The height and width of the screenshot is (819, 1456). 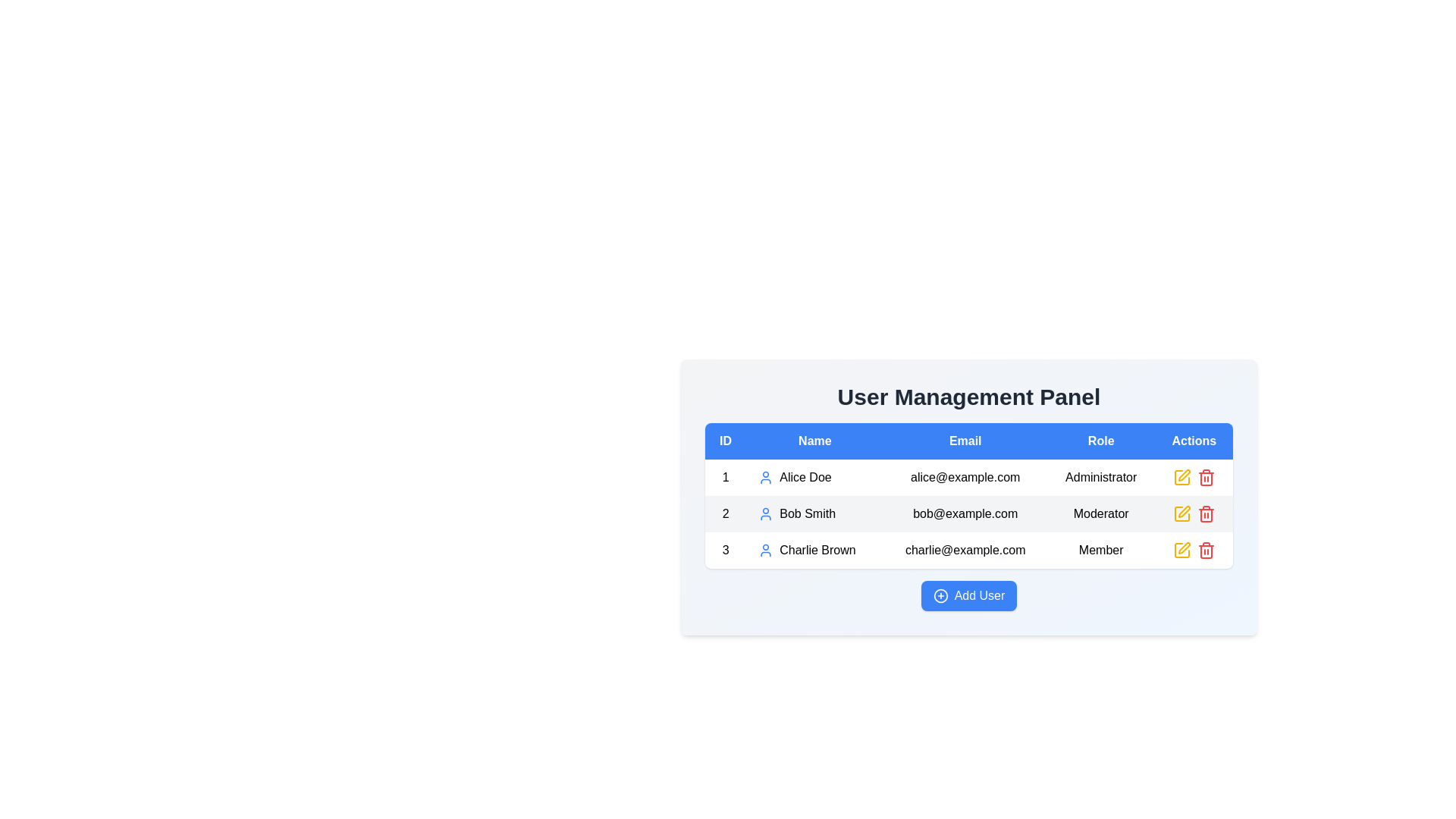 I want to click on the 'Add User' button which contains the blue circled plus sign icon, so click(x=940, y=595).